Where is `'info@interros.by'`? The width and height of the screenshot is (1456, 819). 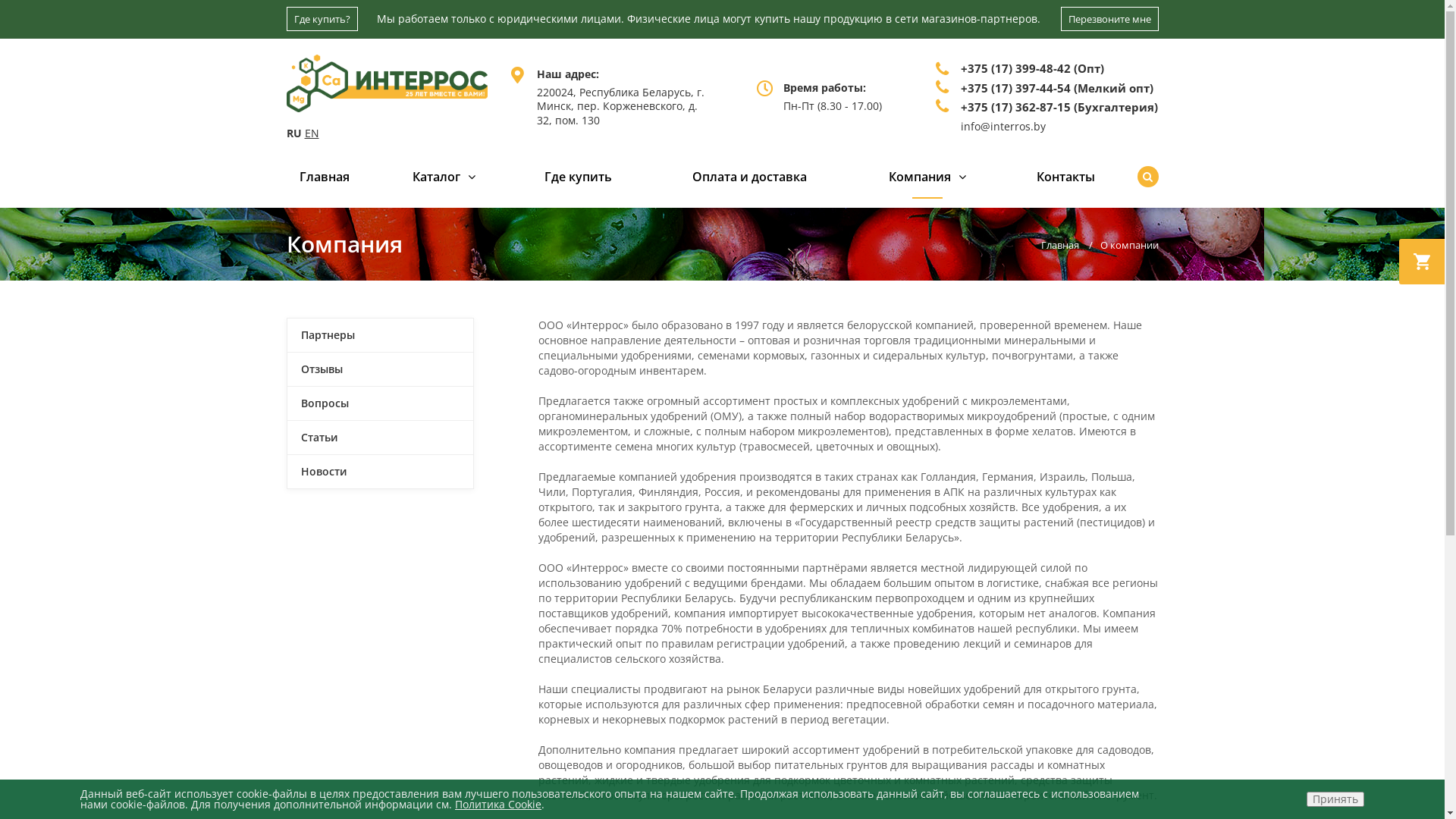 'info@interros.by' is located at coordinates (1003, 124).